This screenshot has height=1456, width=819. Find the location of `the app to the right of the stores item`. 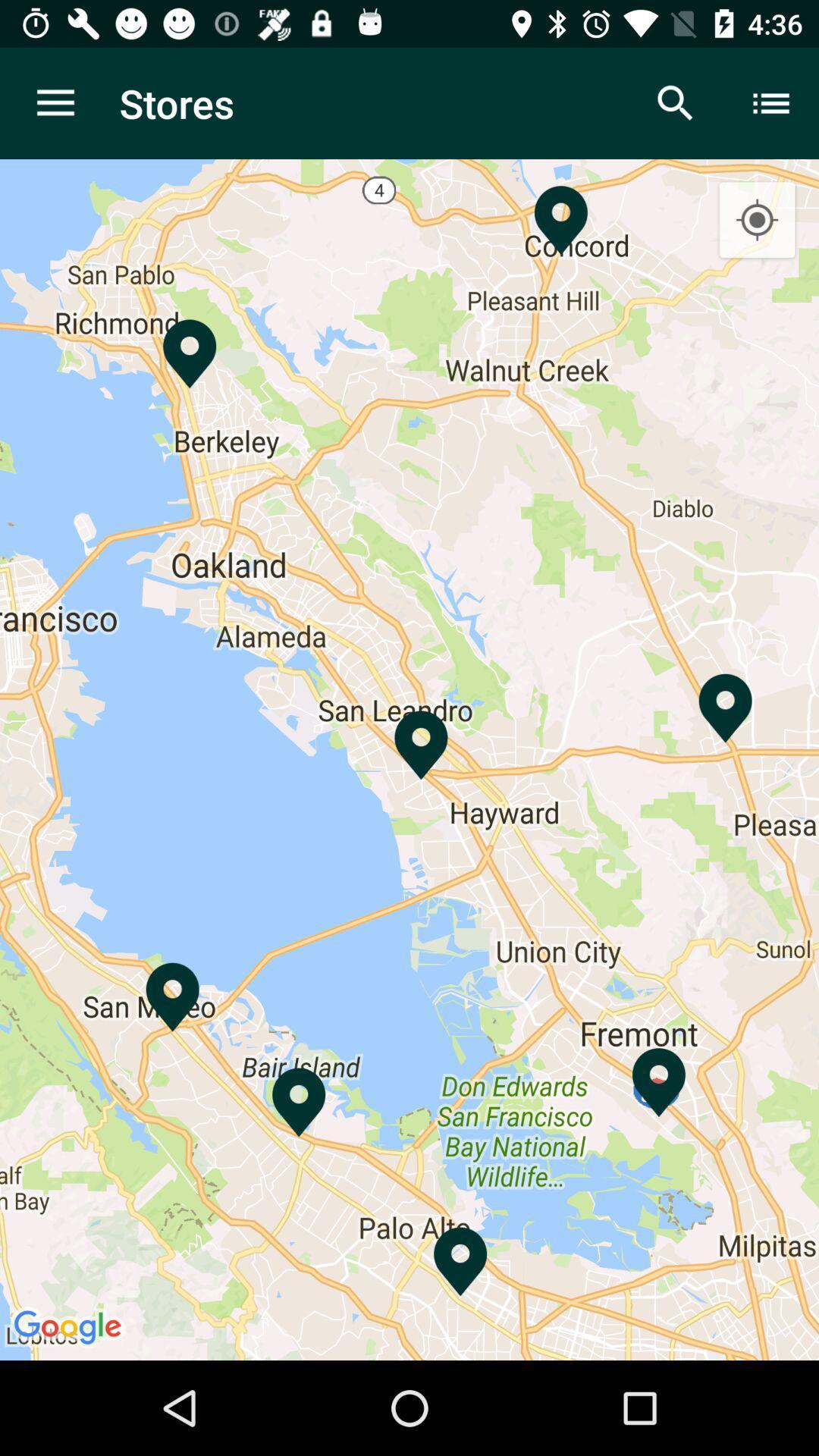

the app to the right of the stores item is located at coordinates (675, 102).